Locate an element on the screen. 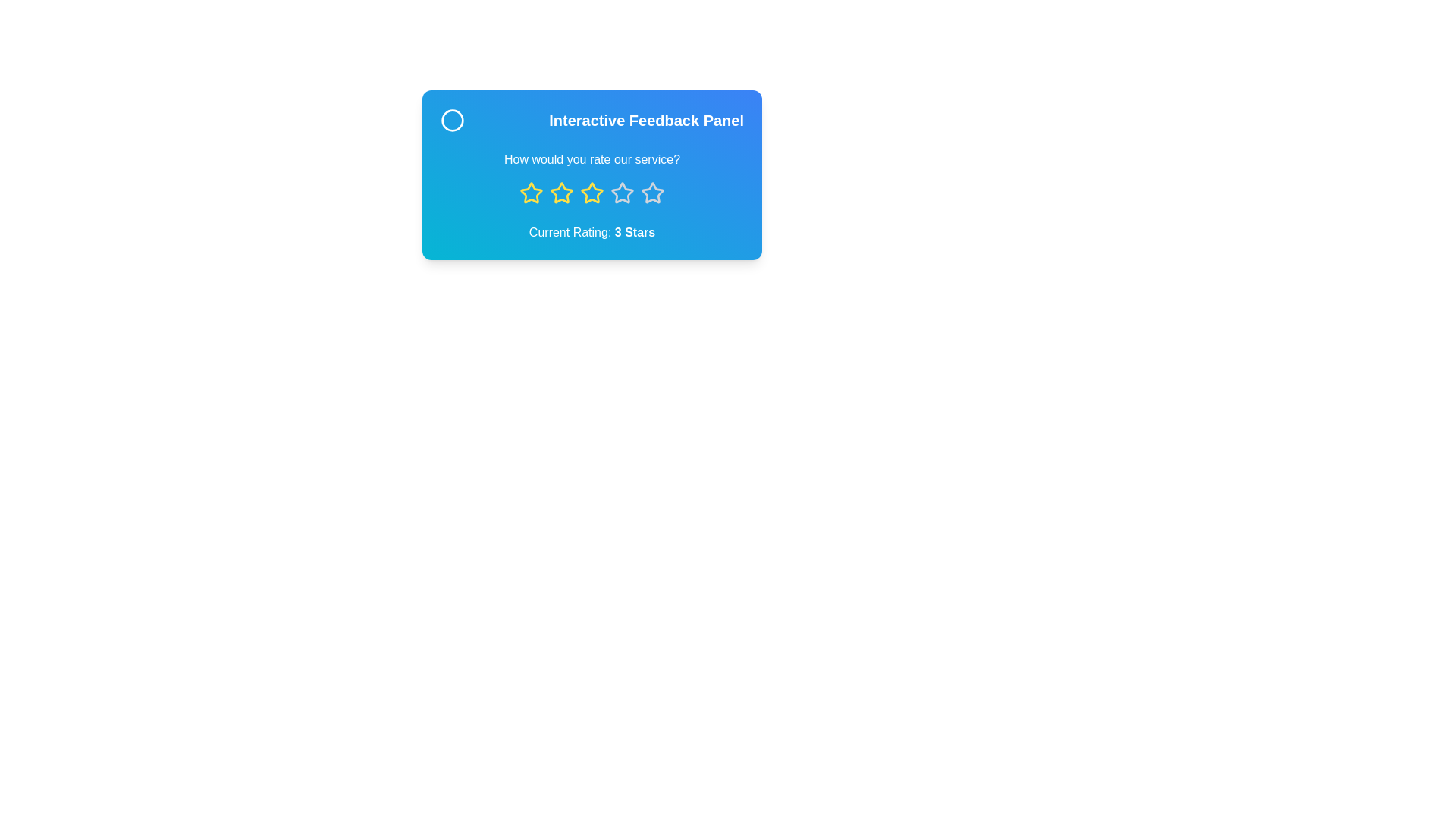  the text label displaying 'Current Rating: 3 Stars' located at the bottom center of the 'Interactive Feedback Panel' card is located at coordinates (591, 233).